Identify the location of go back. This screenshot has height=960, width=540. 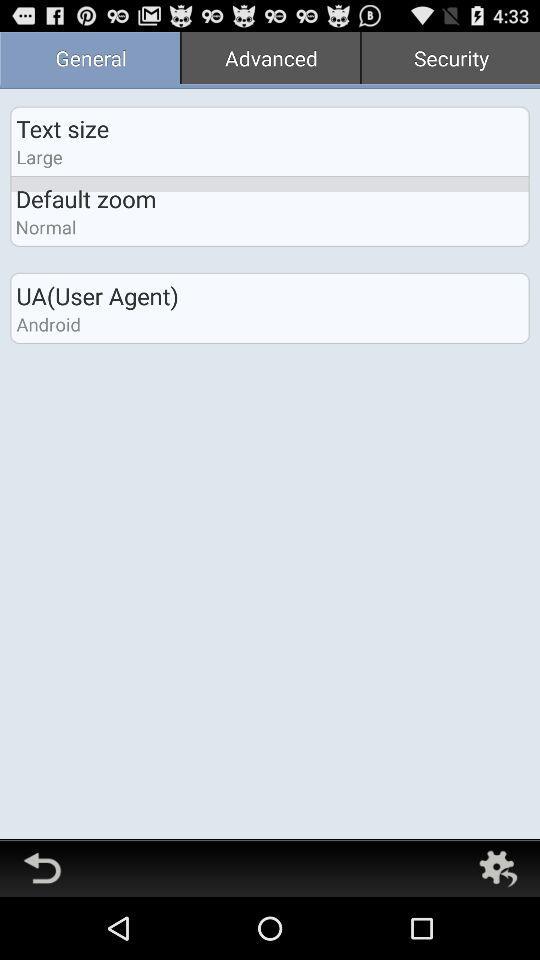
(42, 867).